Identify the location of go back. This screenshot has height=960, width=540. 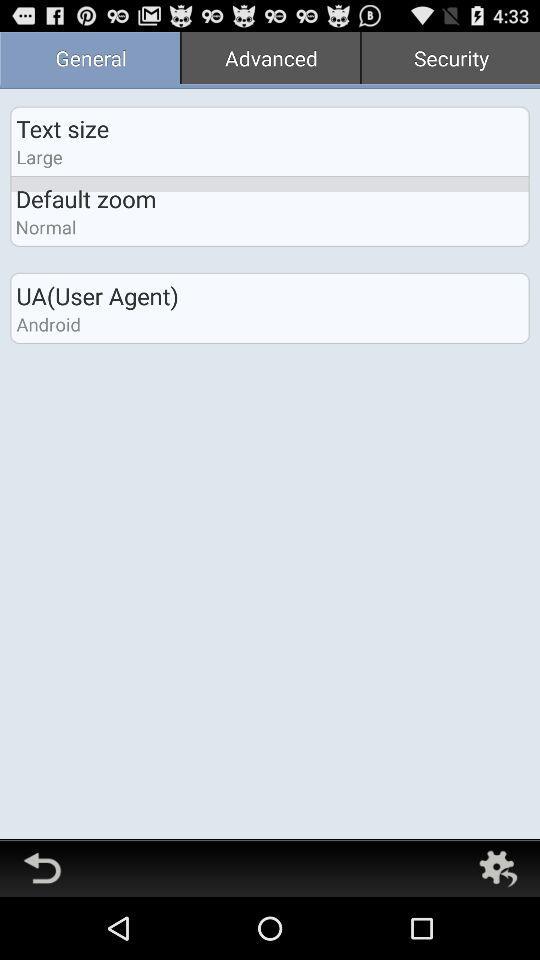
(42, 867).